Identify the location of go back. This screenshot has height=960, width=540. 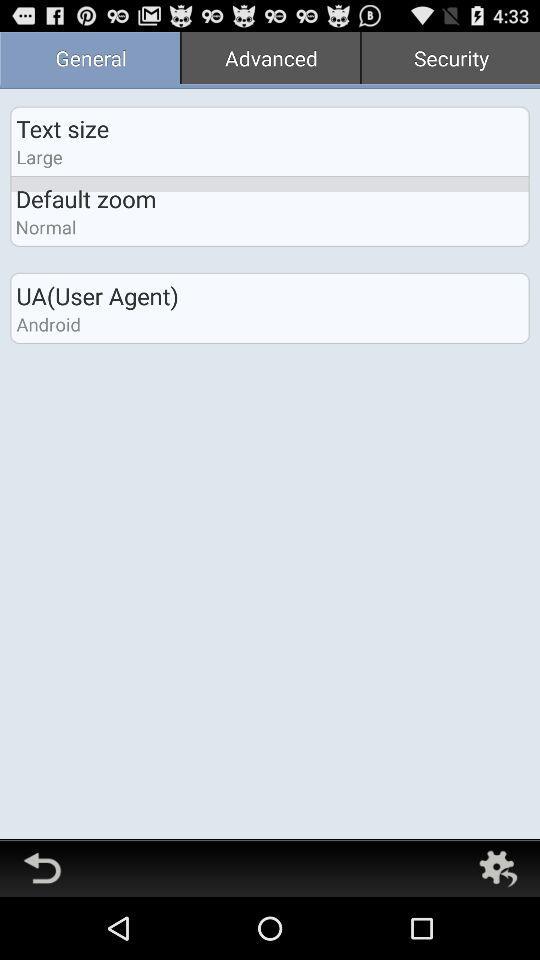
(42, 867).